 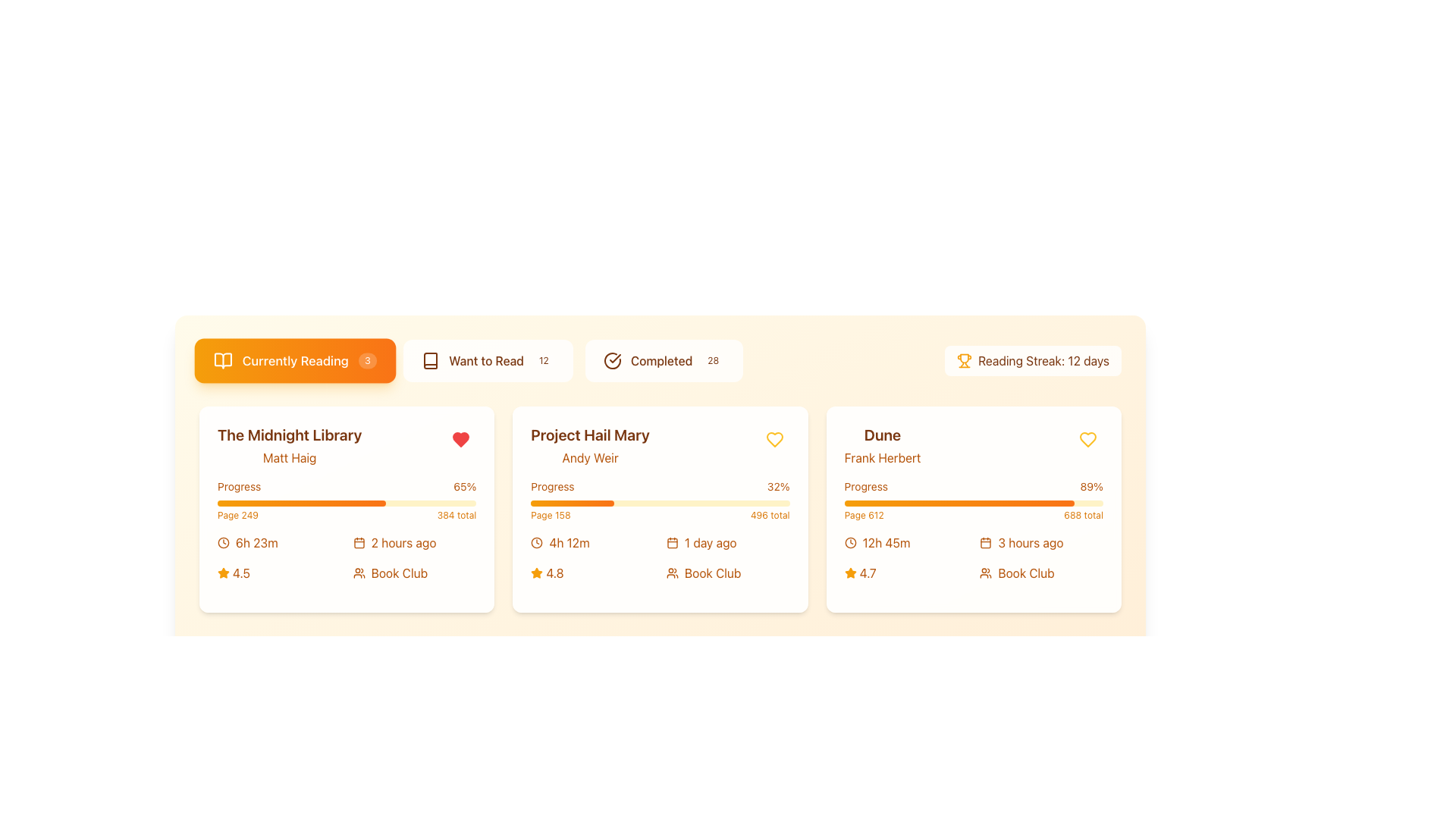 I want to click on the clock icon and text combination displaying '12h 45m' located in the third card of the reading progress section, so click(x=906, y=542).